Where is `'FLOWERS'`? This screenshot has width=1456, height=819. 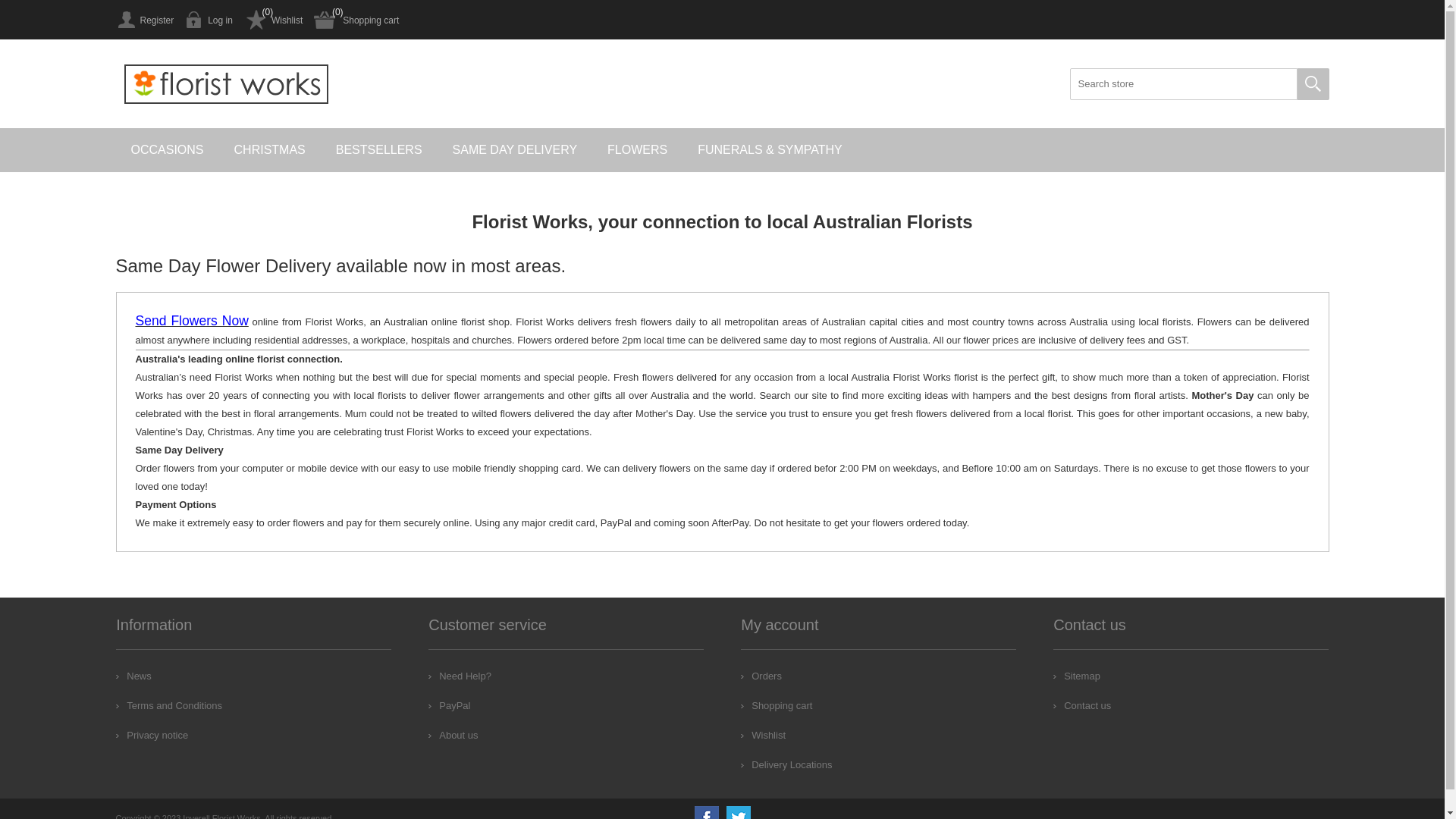 'FLOWERS' is located at coordinates (637, 149).